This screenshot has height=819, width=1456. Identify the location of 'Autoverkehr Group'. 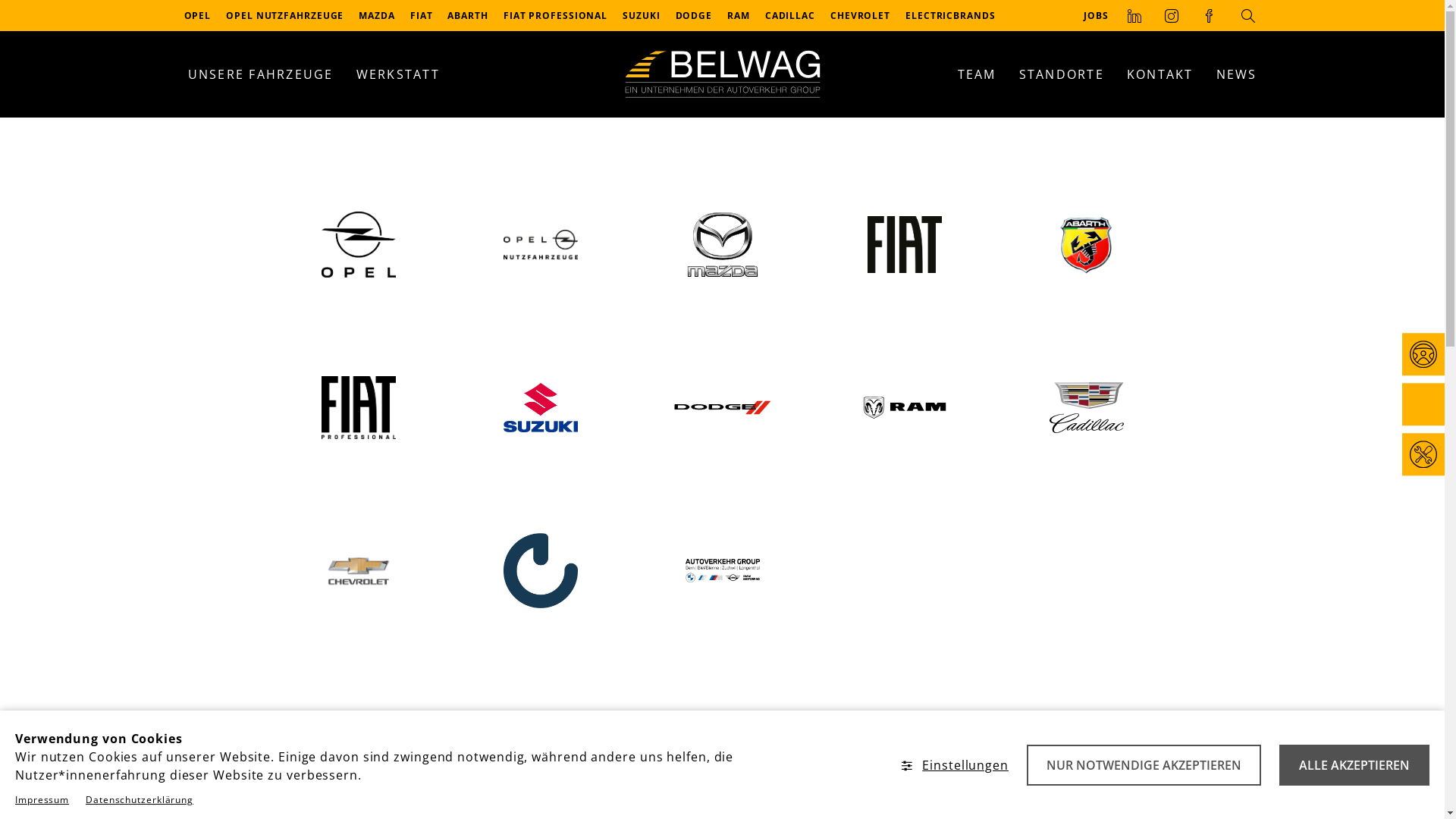
(722, 570).